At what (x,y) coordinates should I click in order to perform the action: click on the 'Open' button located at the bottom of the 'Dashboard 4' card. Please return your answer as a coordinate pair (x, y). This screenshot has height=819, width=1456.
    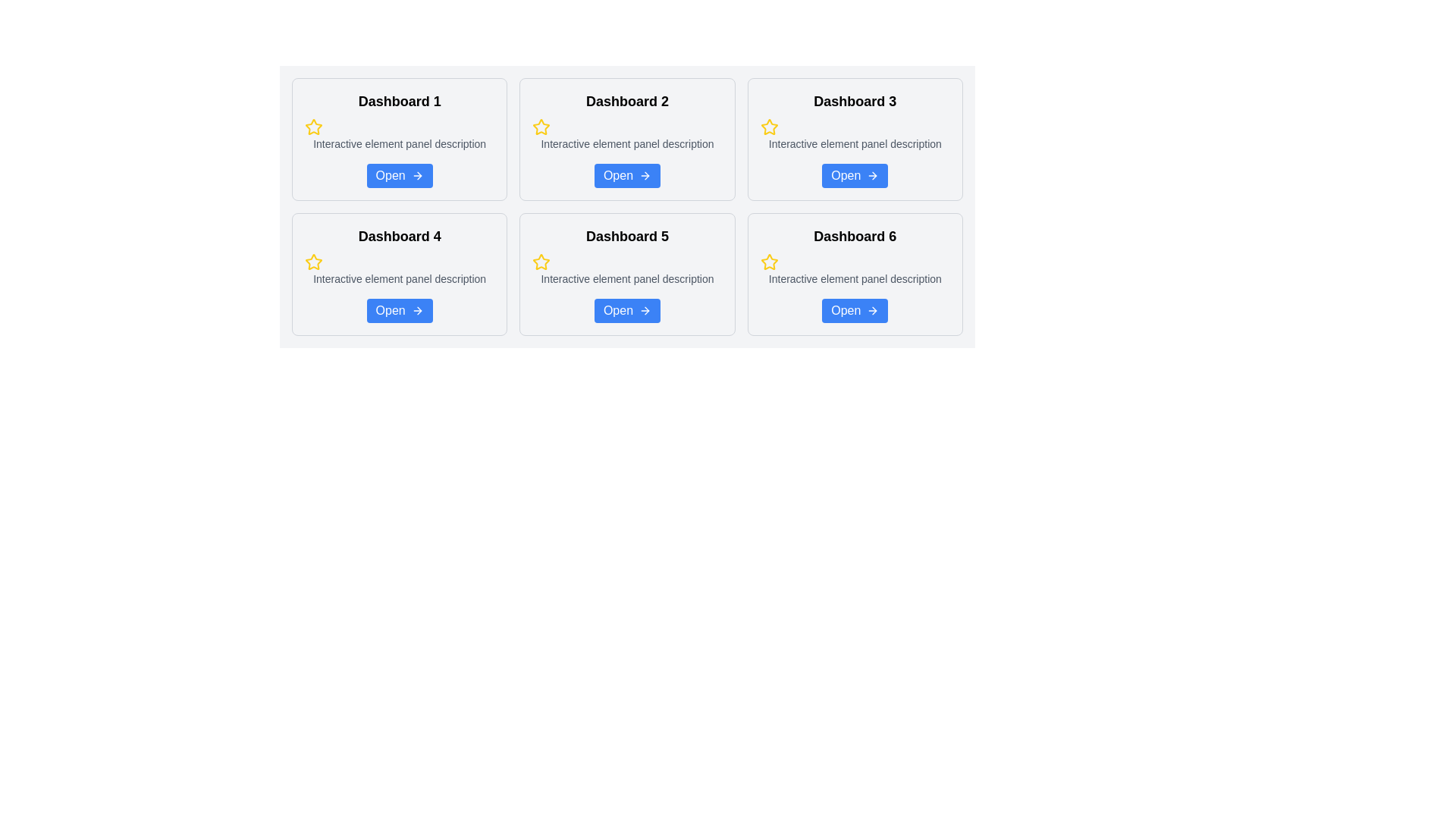
    Looking at the image, I should click on (400, 309).